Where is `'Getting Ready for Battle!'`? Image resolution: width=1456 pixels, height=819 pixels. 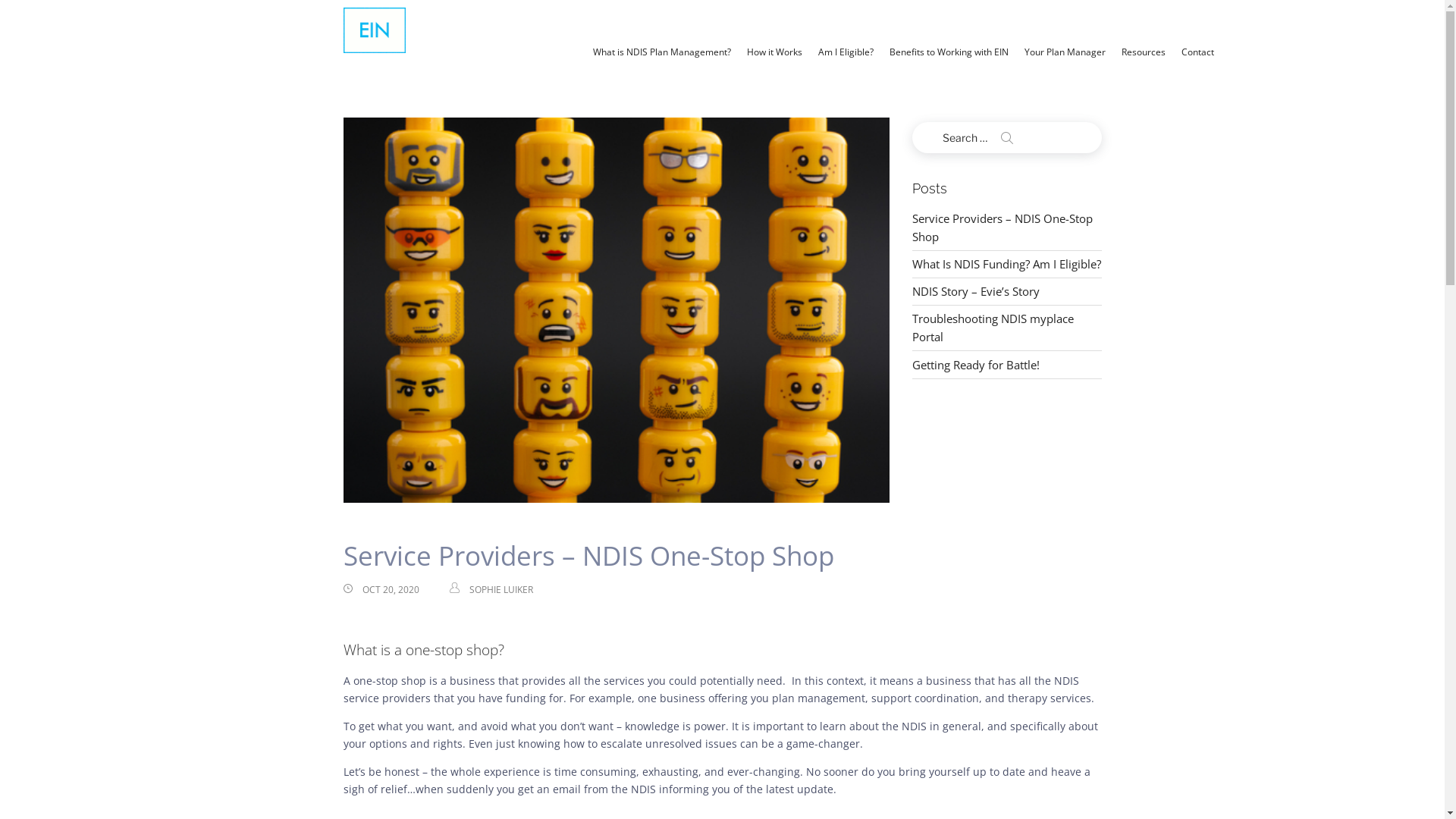
'Getting Ready for Battle!' is located at coordinates (975, 365).